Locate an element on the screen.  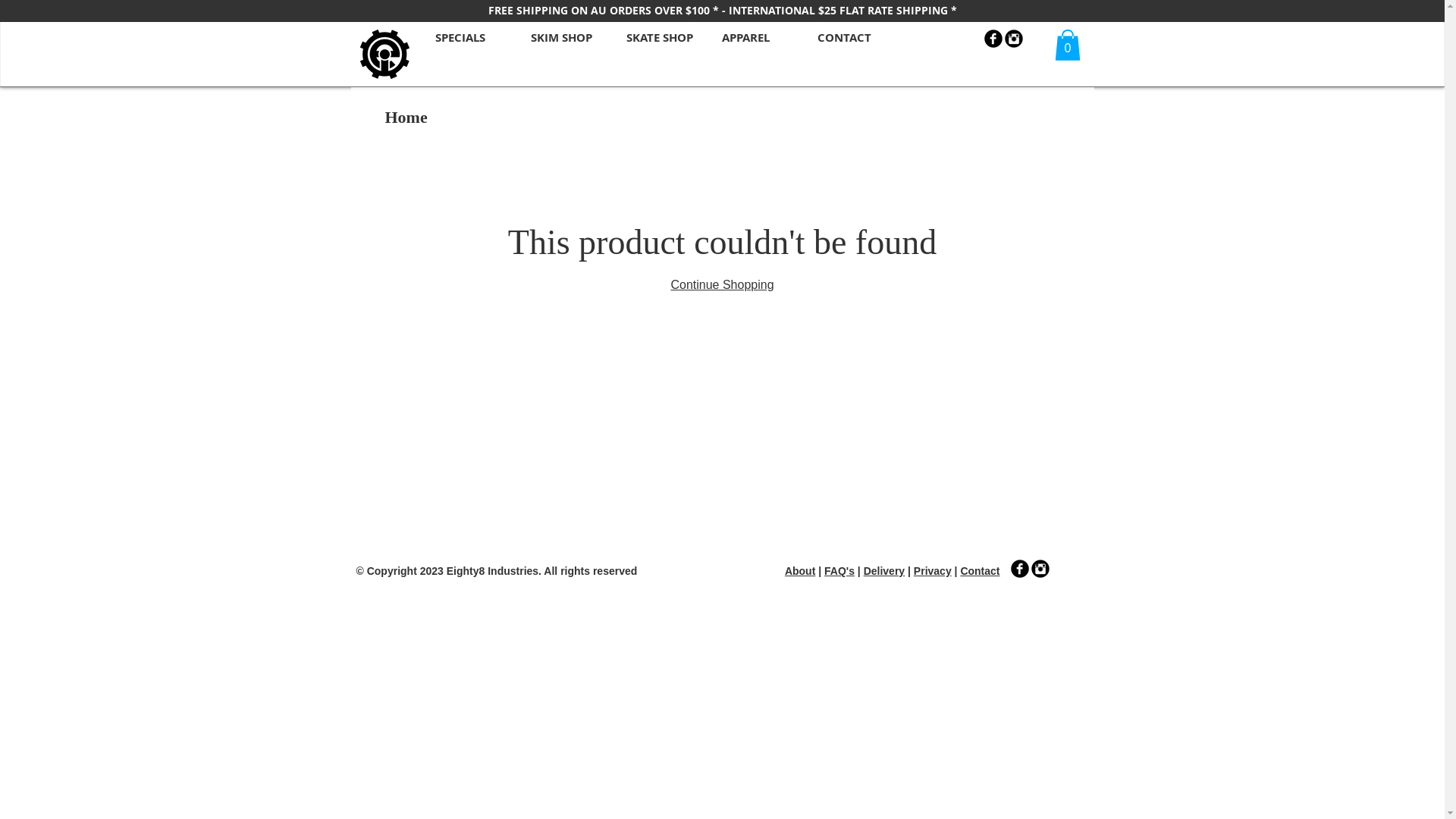
'Privacy' is located at coordinates (931, 570).